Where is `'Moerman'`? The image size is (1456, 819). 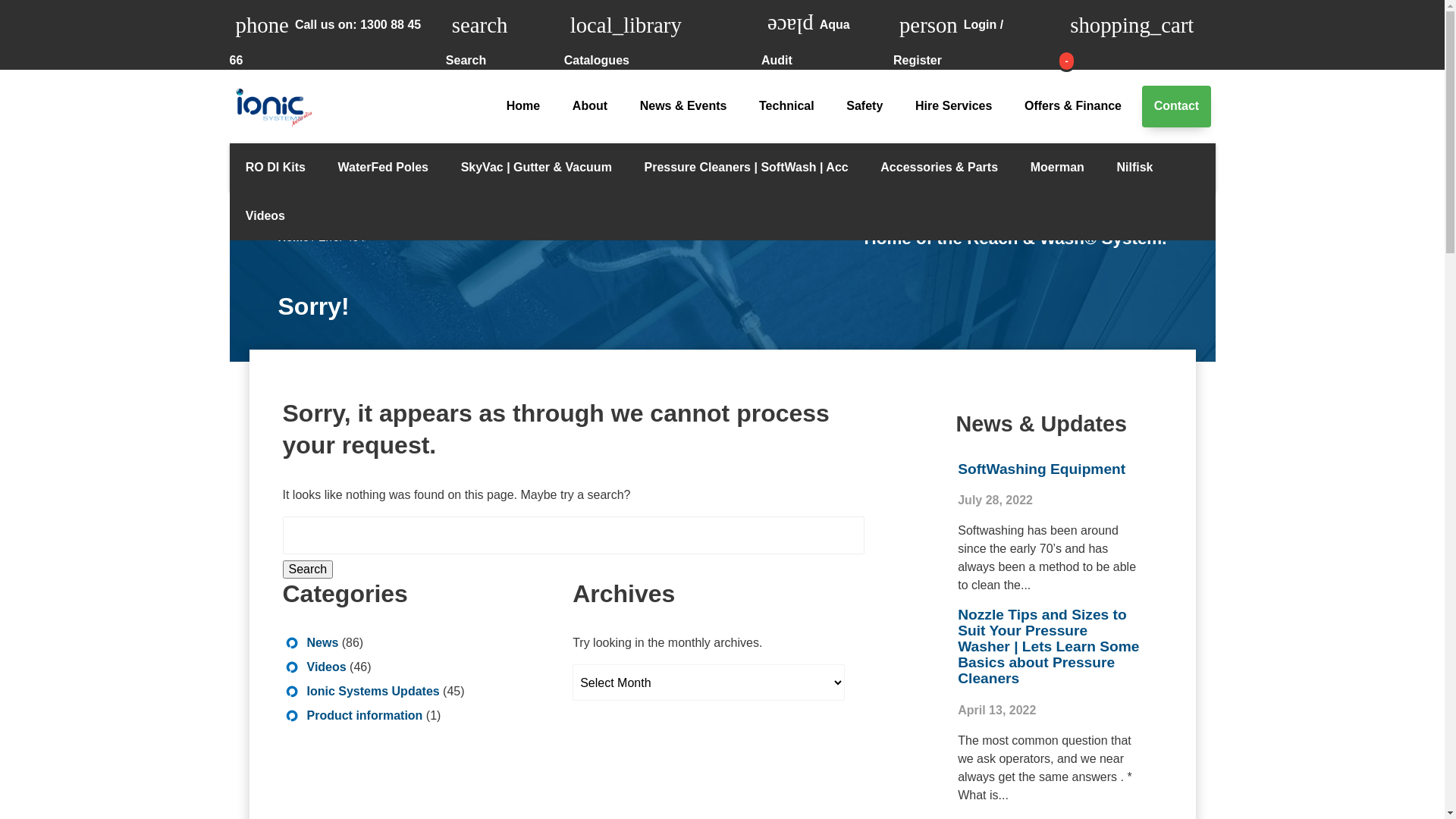 'Moerman' is located at coordinates (1056, 167).